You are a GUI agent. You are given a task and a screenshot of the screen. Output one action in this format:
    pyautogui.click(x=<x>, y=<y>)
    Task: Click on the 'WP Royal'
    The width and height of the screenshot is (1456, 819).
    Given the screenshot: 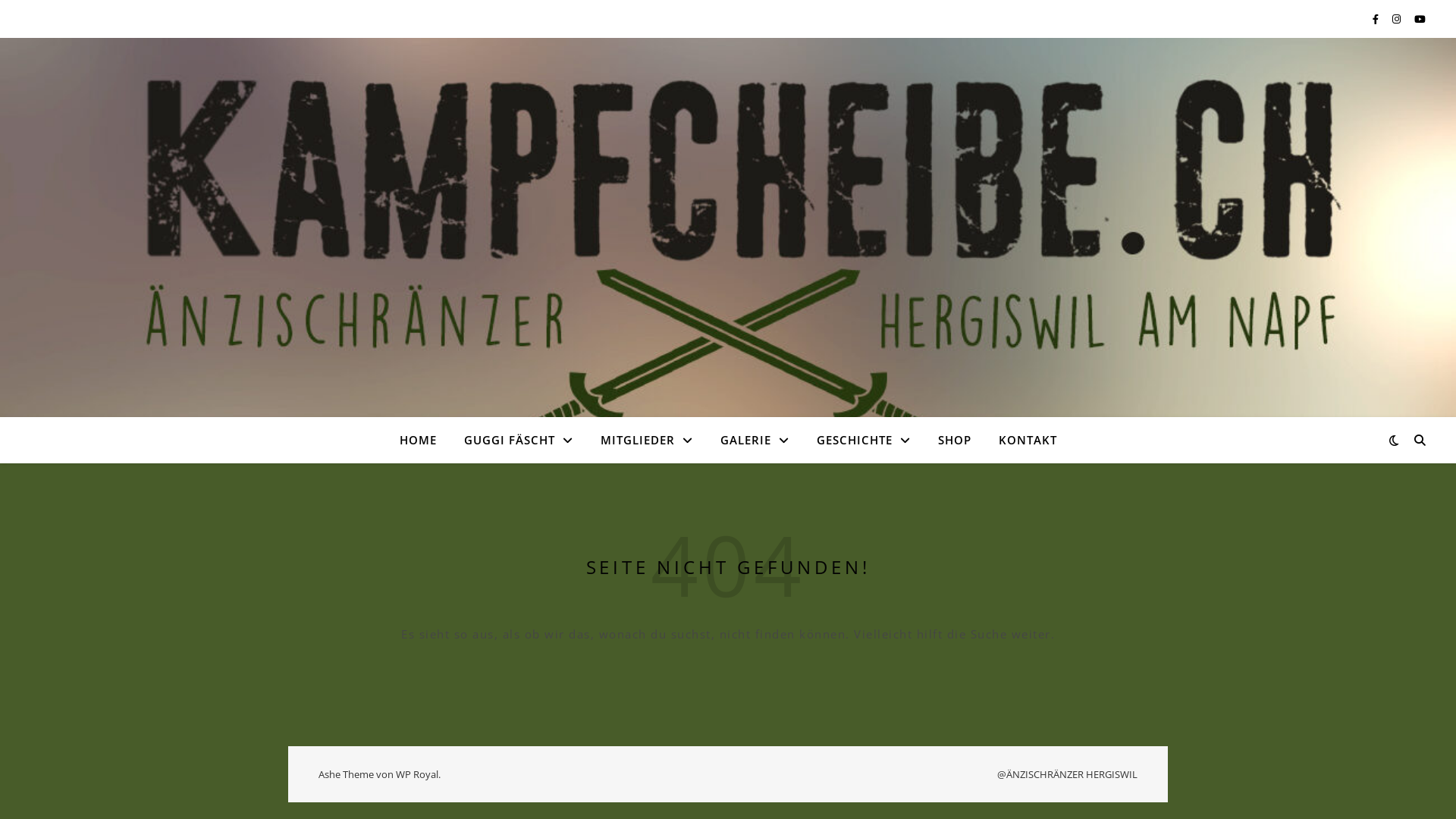 What is the action you would take?
    pyautogui.click(x=417, y=774)
    